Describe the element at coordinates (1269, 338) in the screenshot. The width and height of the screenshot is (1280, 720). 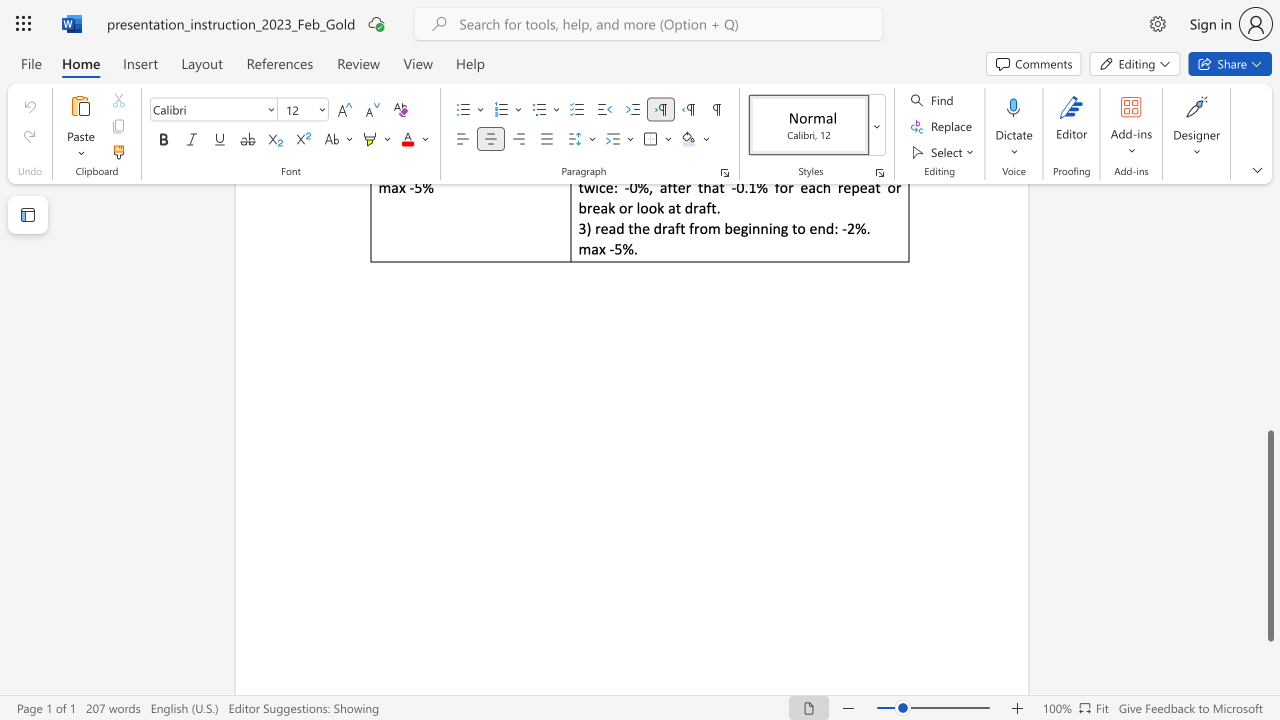
I see `the scrollbar to move the page up` at that location.